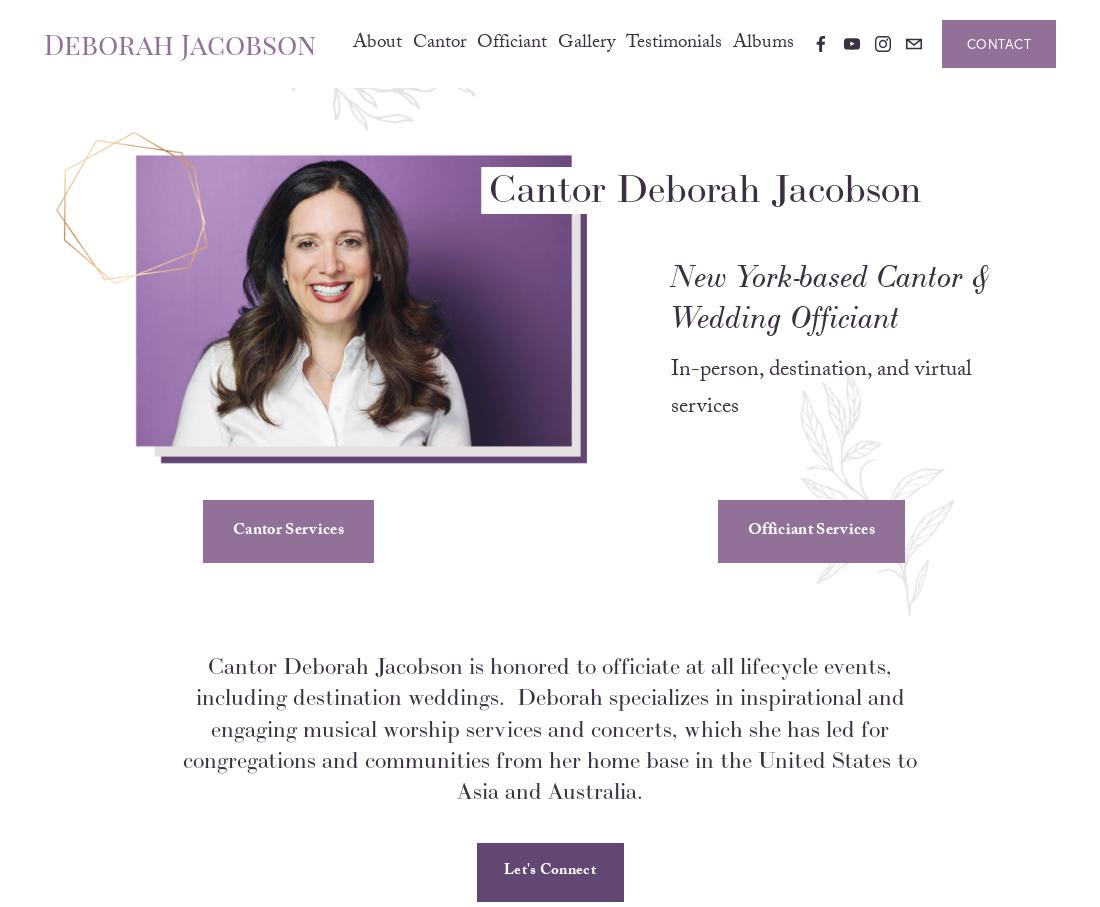 Image resolution: width=1100 pixels, height=907 pixels. What do you see at coordinates (182, 754) in the screenshot?
I see `'Cantor Deborah Jacobson is honored to officiate at all lifecycle events, including destination weddings.  Deborah specializes in inspirational and engaging musical worship services and concerts, which she has led for congregations and communities from her home base in the United States to Asia and Australia.'` at bounding box center [182, 754].